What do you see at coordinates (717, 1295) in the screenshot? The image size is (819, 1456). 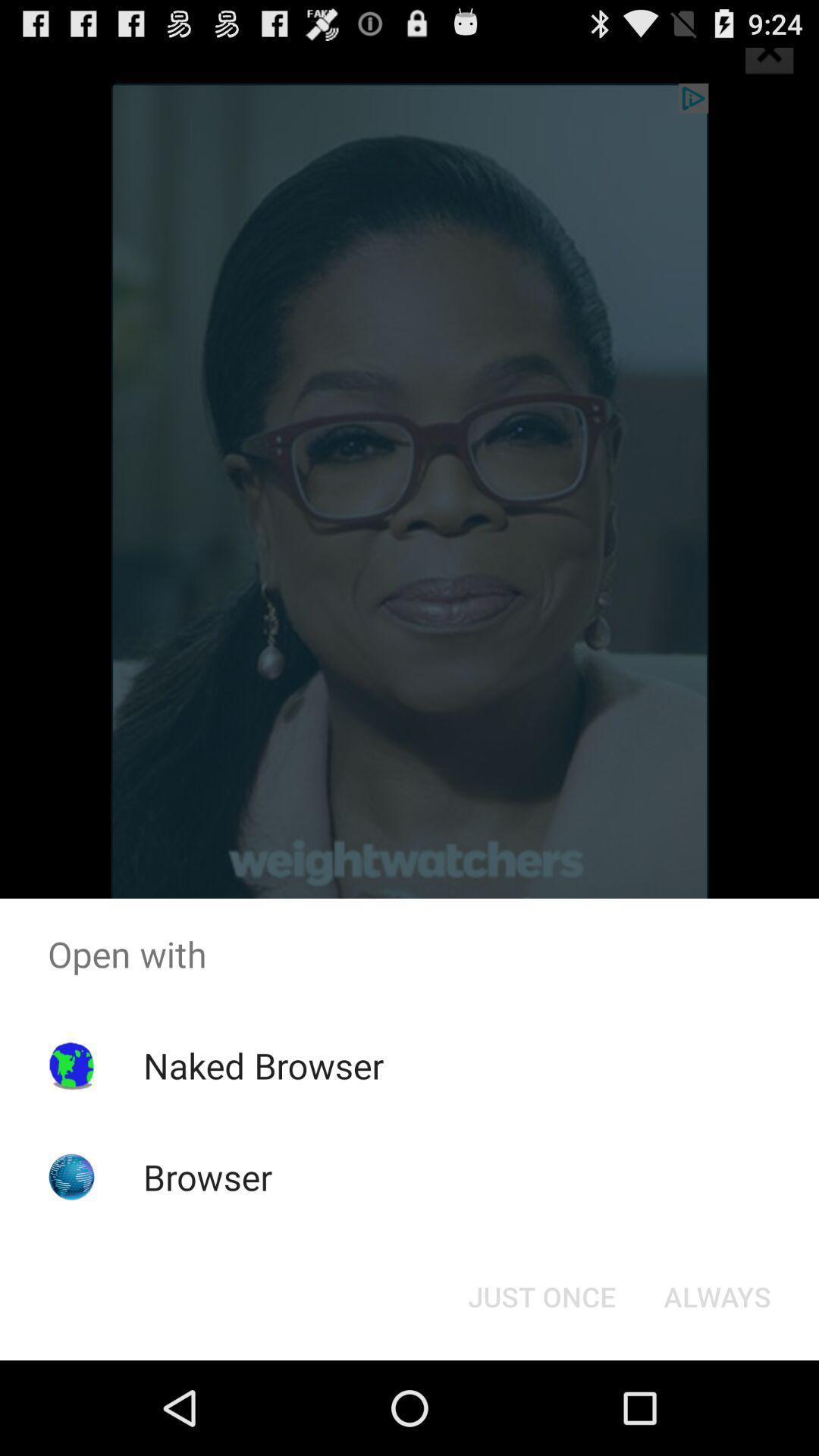 I see `the icon to the right of the just once button` at bounding box center [717, 1295].